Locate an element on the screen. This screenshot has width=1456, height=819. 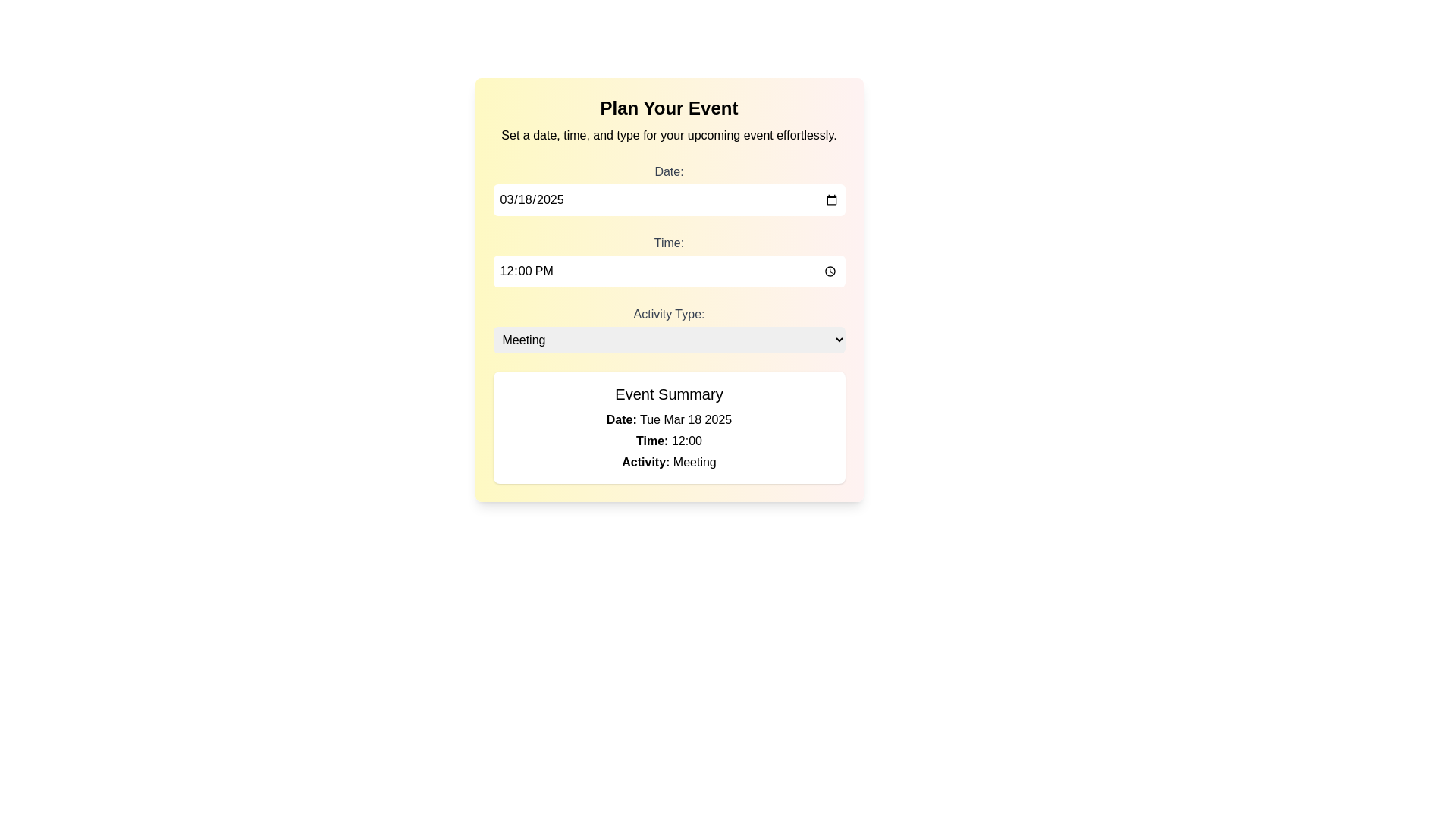
the static informational text displaying the scheduled time of an event, located centrally in the 'Event Summary' panel between 'Date: Tue Mar 18 2025' and 'Activity: Meeting' is located at coordinates (668, 441).